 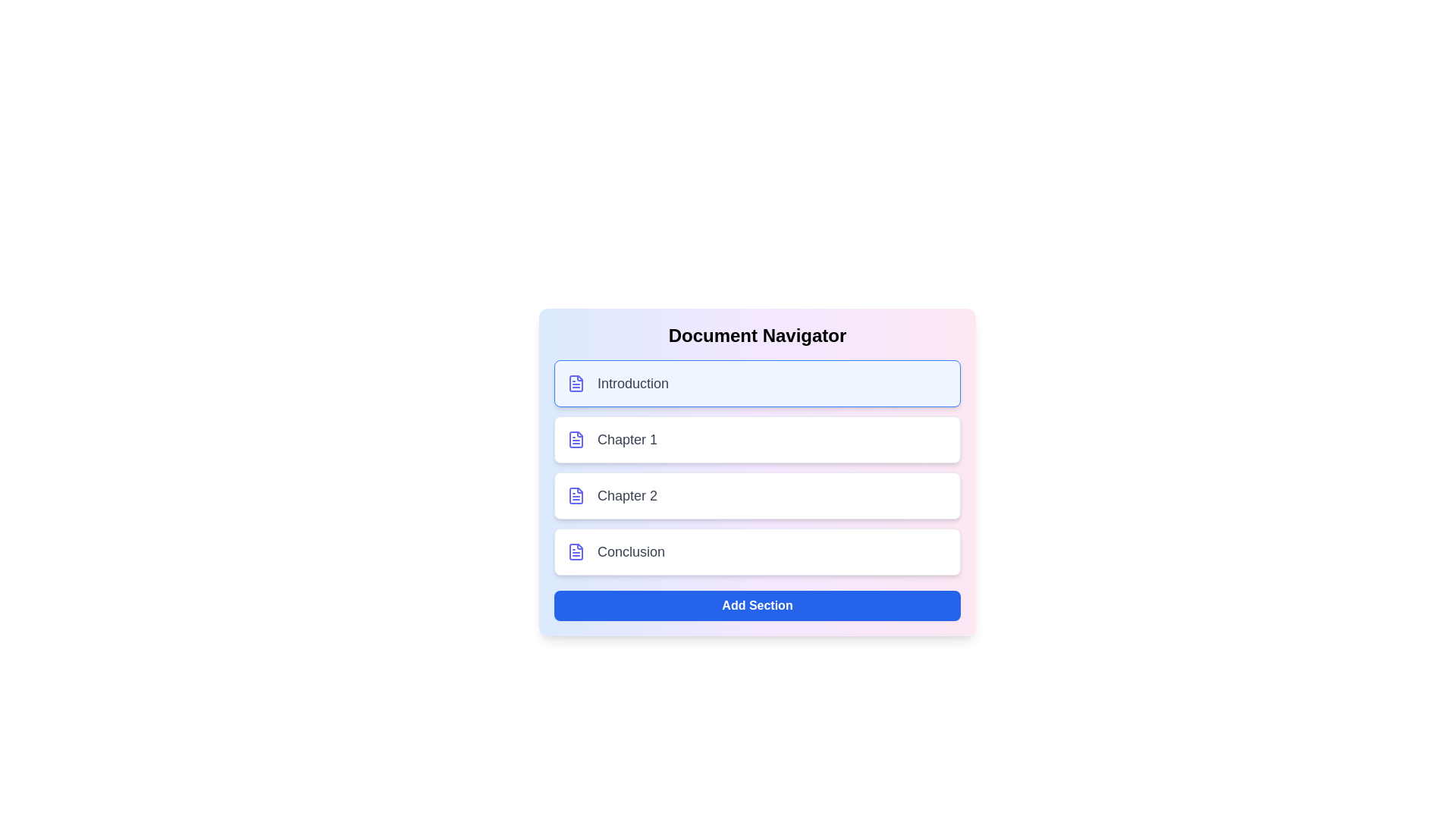 What do you see at coordinates (757, 604) in the screenshot?
I see `'Add Section' button` at bounding box center [757, 604].